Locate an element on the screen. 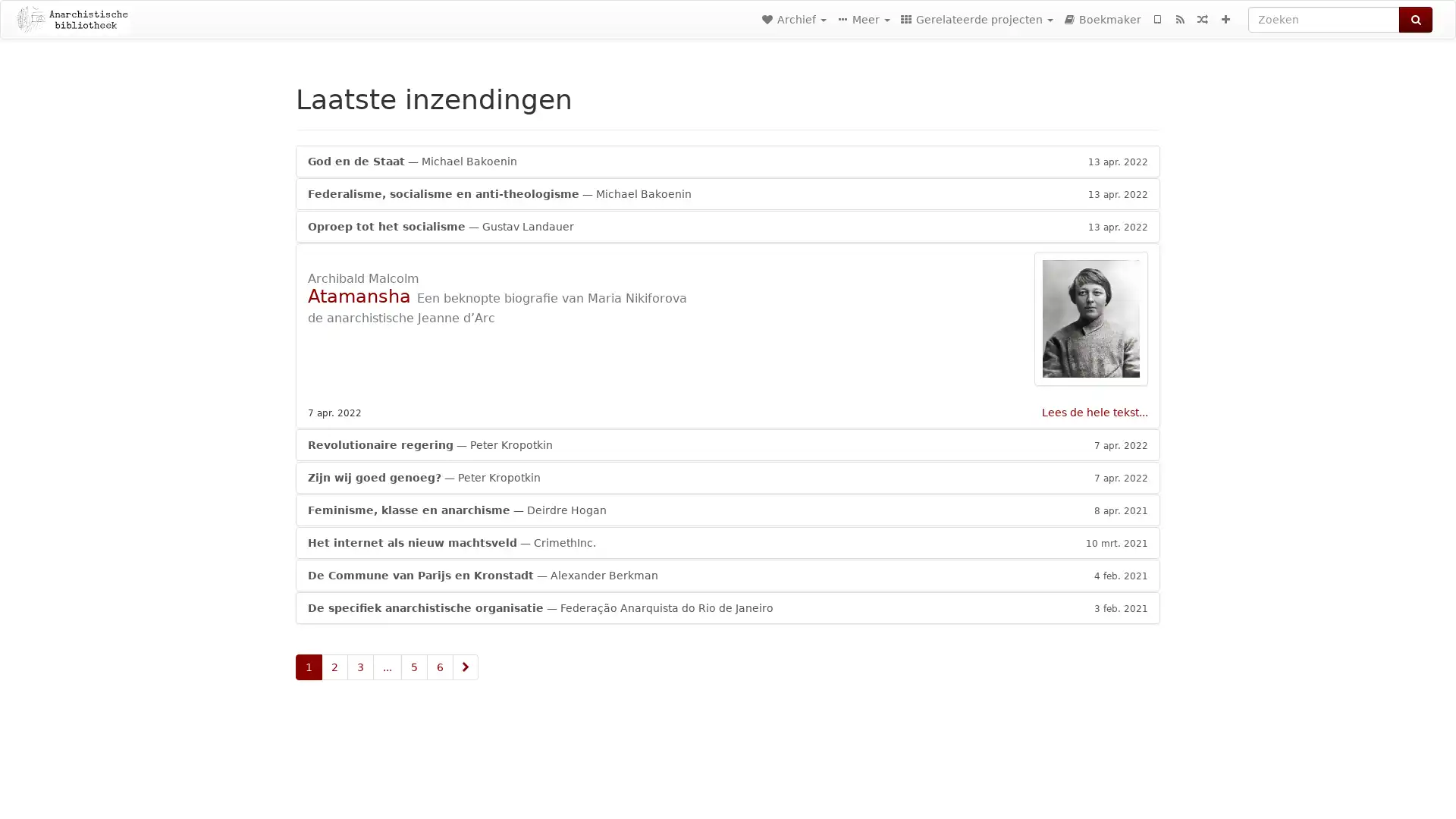 The height and width of the screenshot is (819, 1456). Zoeken is located at coordinates (1415, 20).